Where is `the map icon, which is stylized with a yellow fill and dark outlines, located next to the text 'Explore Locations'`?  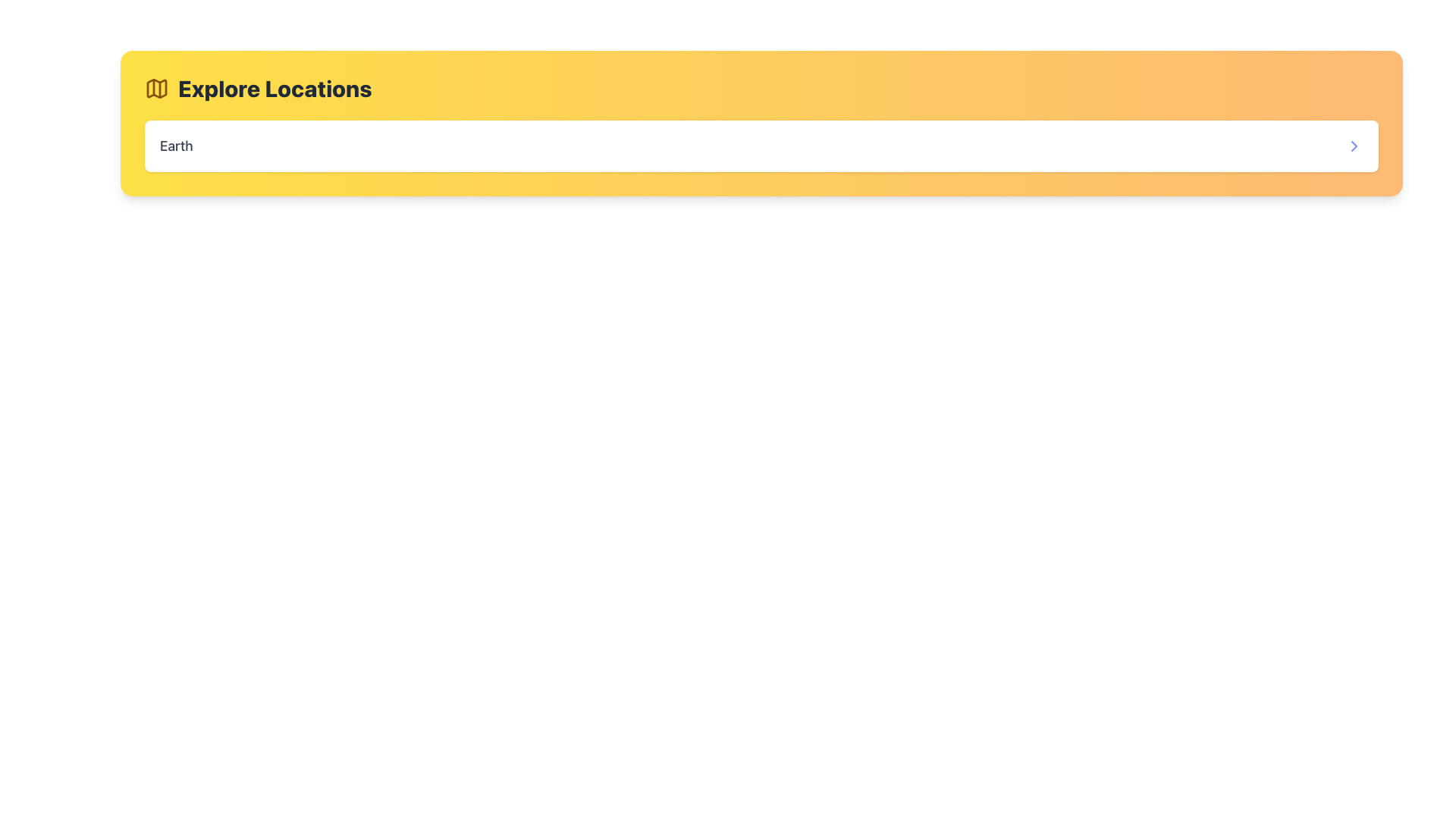
the map icon, which is stylized with a yellow fill and dark outlines, located next to the text 'Explore Locations' is located at coordinates (156, 88).